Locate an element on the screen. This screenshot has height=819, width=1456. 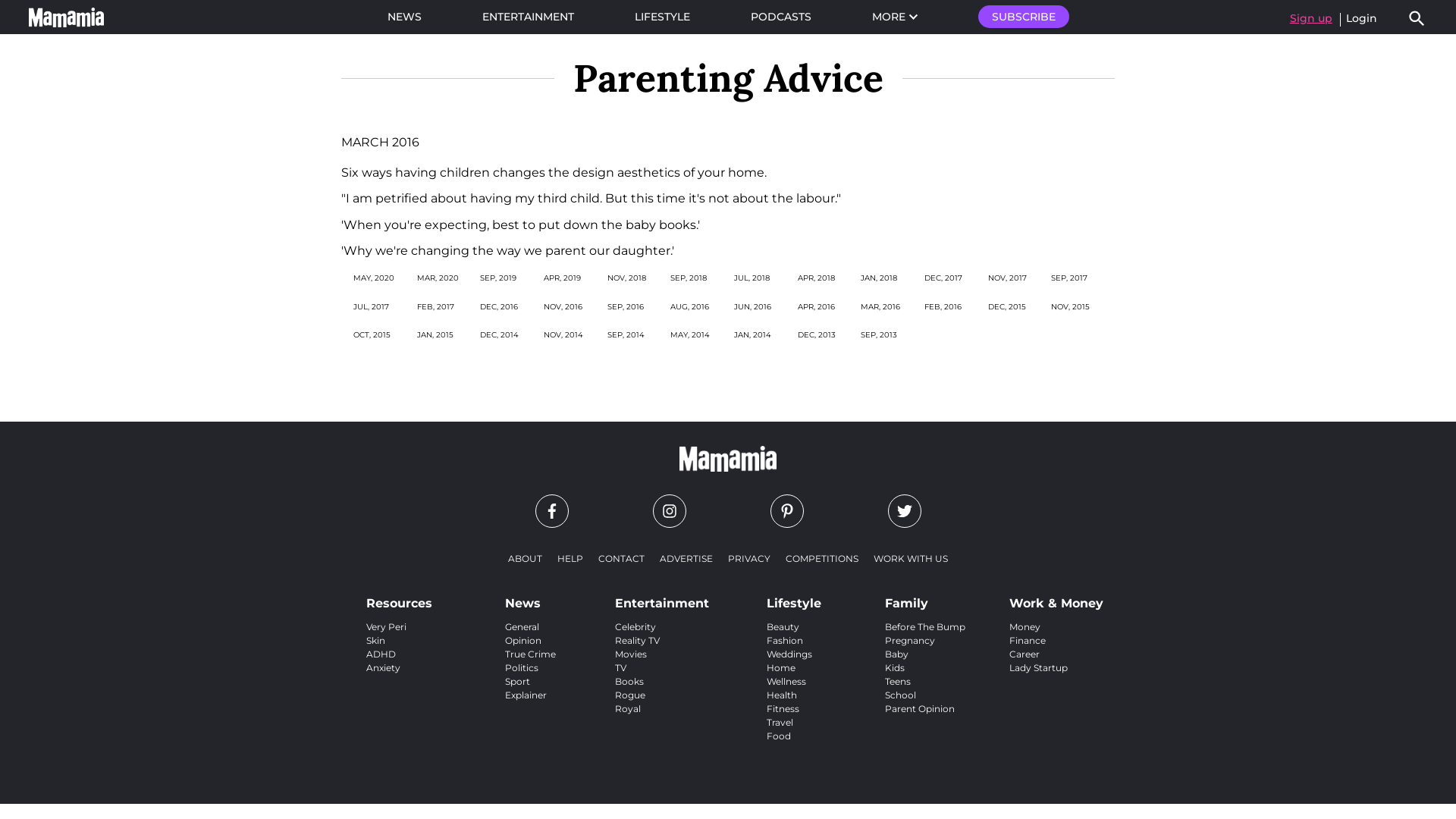
'General' is located at coordinates (522, 626).